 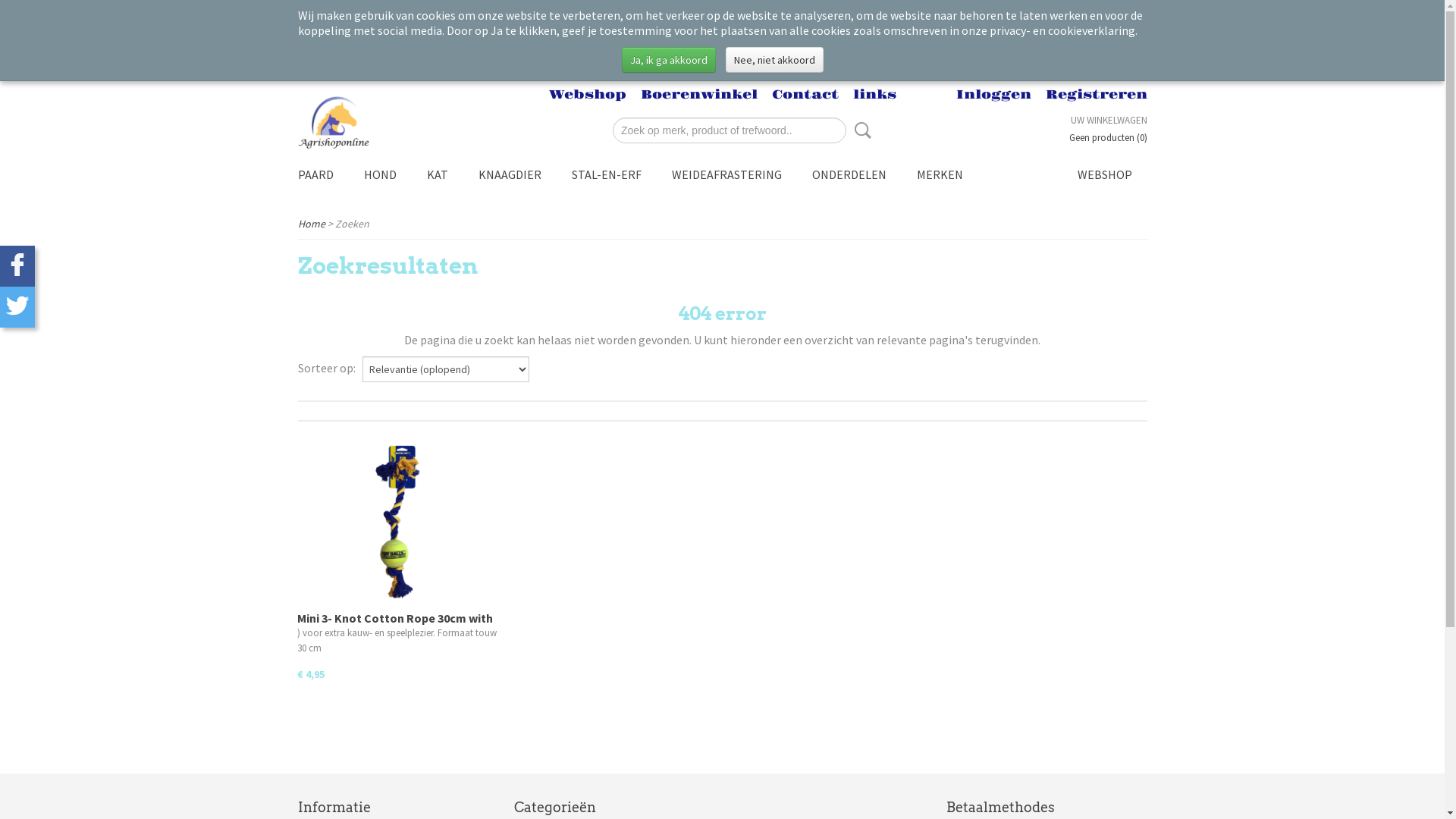 I want to click on 'KNAAGDIER', so click(x=509, y=174).